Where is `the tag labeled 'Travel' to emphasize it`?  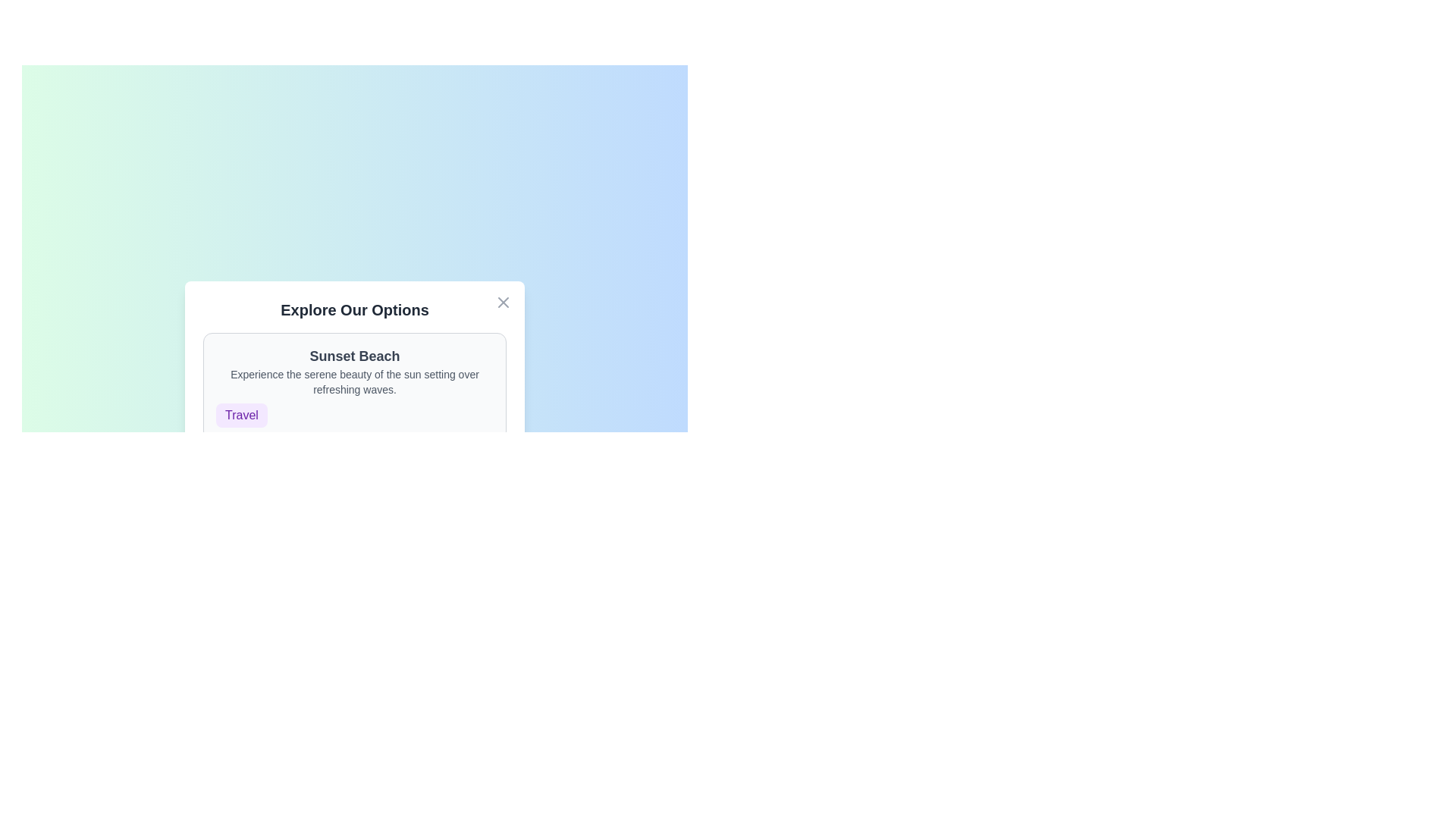 the tag labeled 'Travel' to emphasize it is located at coordinates (240, 415).